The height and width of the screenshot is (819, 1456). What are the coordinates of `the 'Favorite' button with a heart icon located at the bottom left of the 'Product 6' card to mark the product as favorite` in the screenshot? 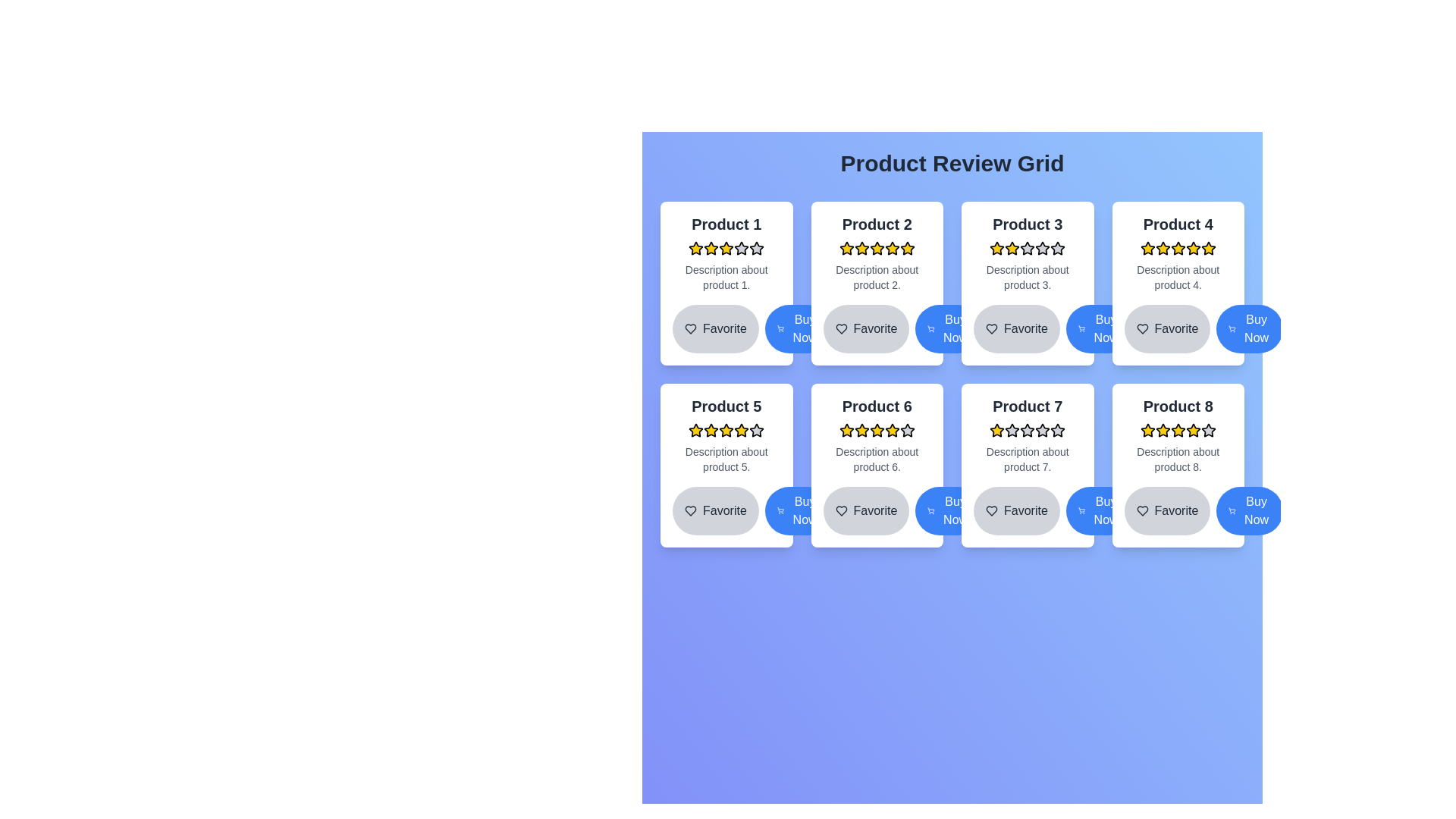 It's located at (877, 511).